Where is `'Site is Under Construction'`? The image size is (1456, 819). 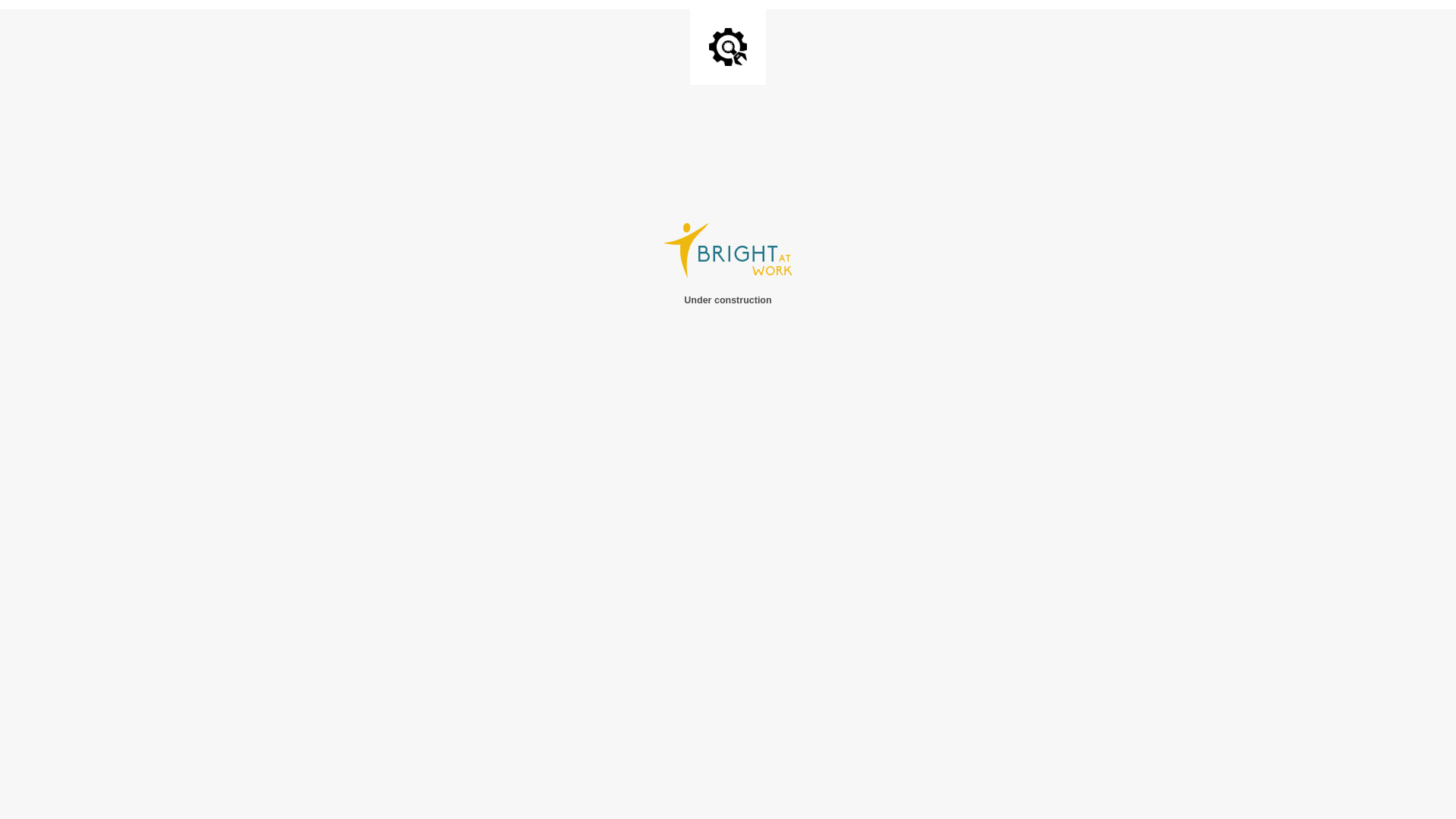
'Site is Under Construction' is located at coordinates (708, 45).